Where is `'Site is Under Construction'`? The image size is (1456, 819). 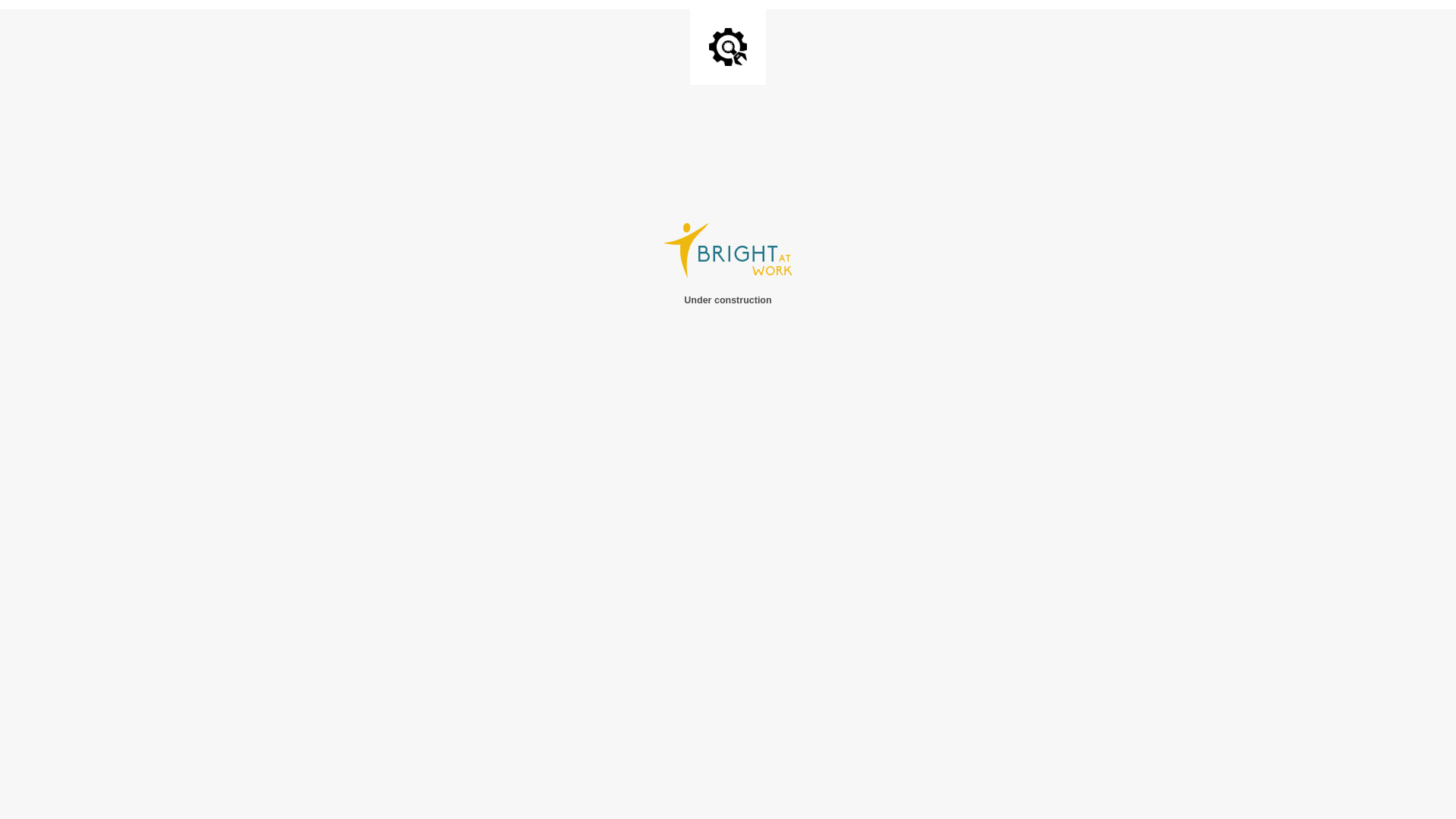
'Site is Under Construction' is located at coordinates (708, 45).